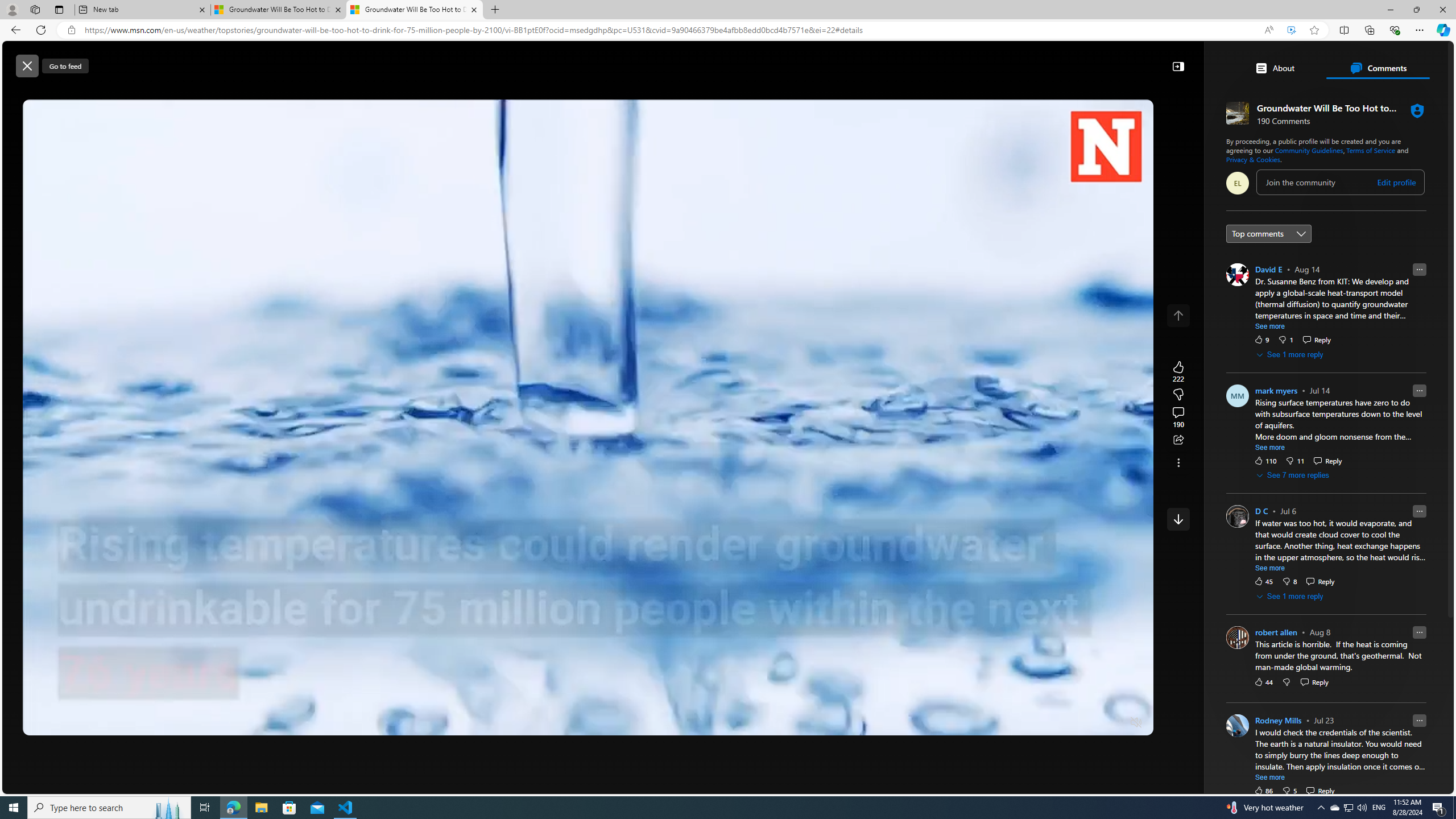 This screenshot has height=819, width=1456. What do you see at coordinates (1319, 791) in the screenshot?
I see `'Reply Reply Comment'` at bounding box center [1319, 791].